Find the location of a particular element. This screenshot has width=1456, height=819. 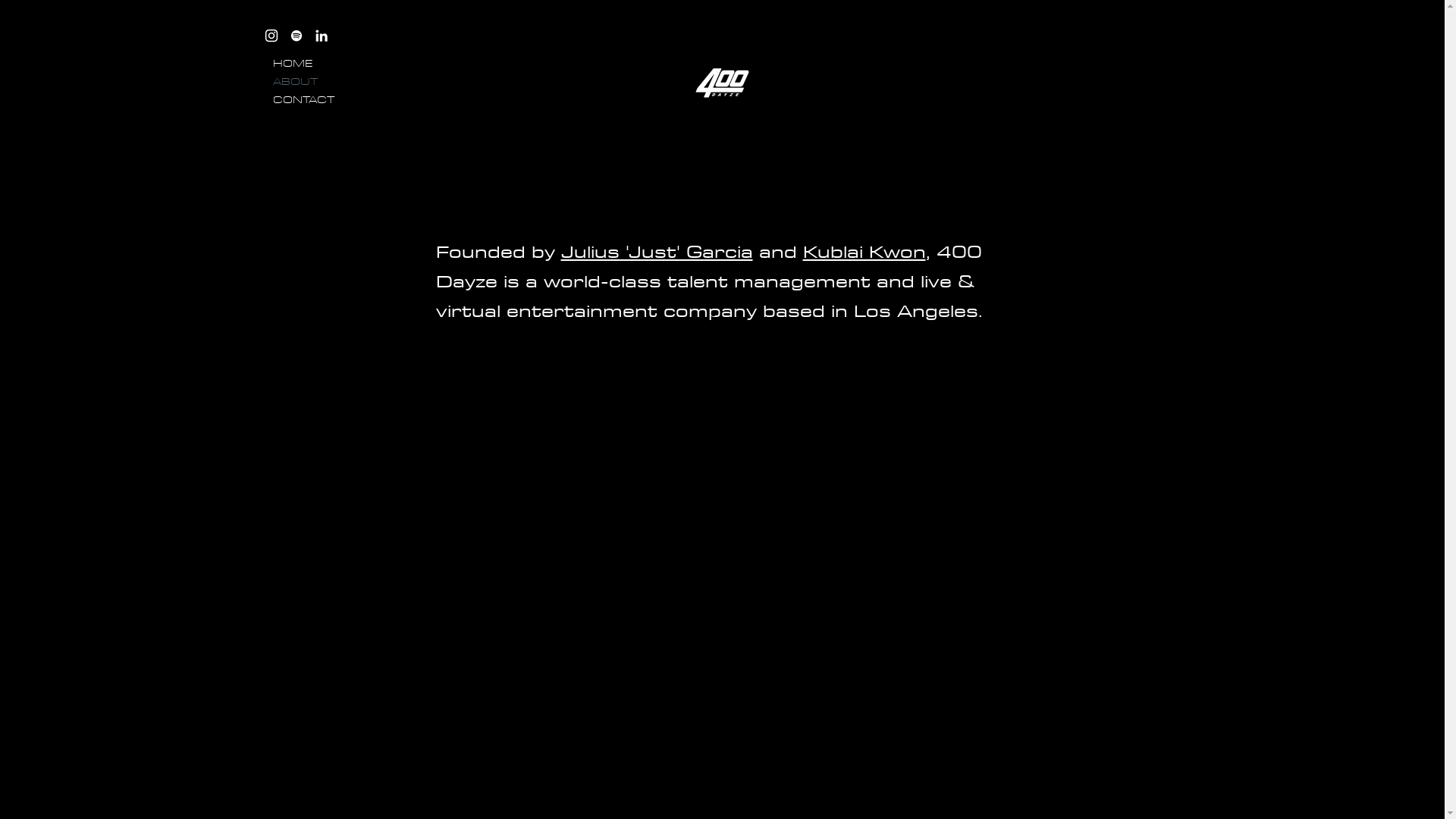

'HOME' is located at coordinates (305, 63).